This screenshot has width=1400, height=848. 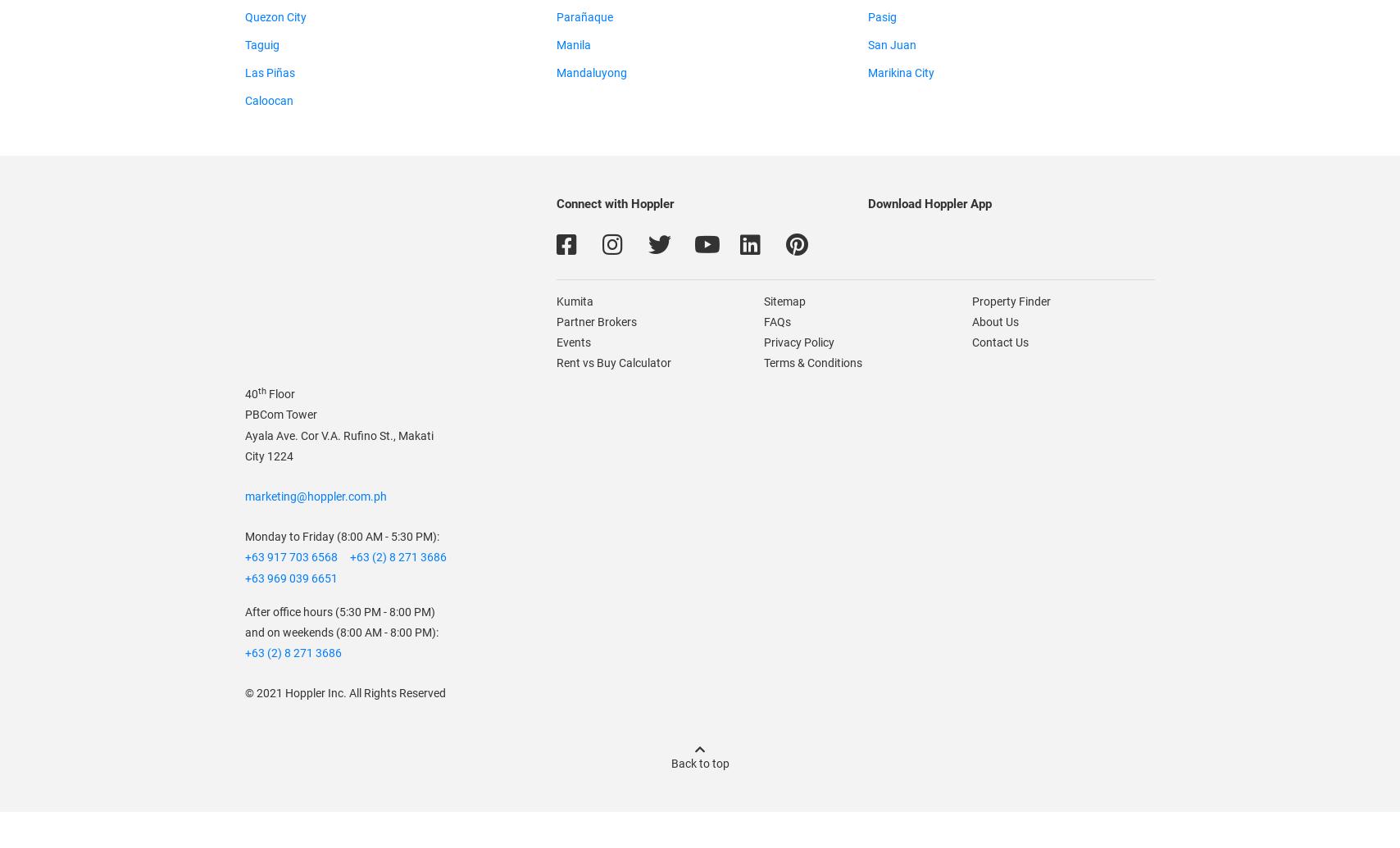 I want to click on 'Kumita', so click(x=556, y=301).